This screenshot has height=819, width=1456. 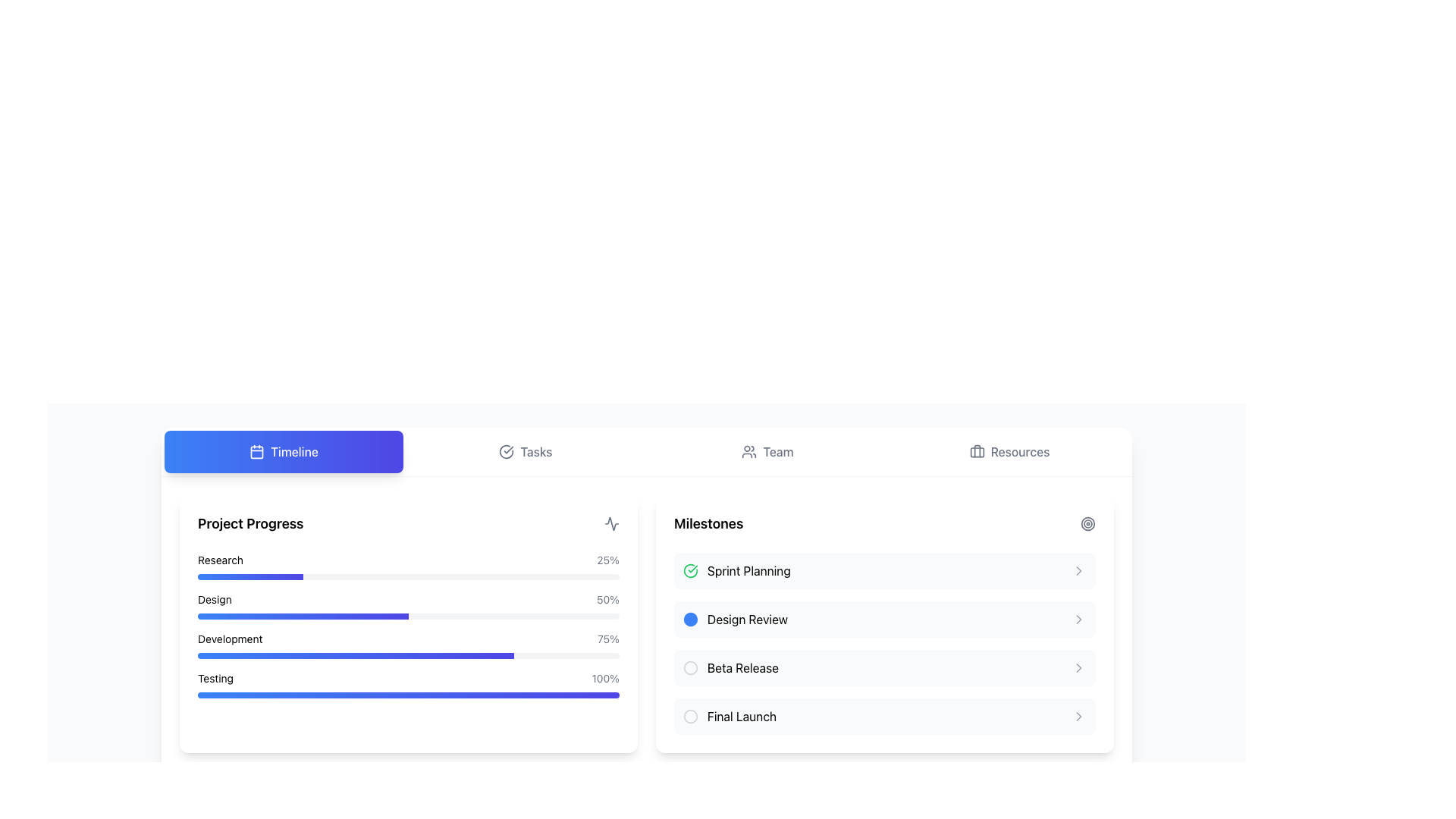 I want to click on the progress visually on the horizontal progress bar with rounded ends, indicating 25% completion, located in the 'Project Progress' section of the dashboard beneath the 'Timeline' tab, so click(x=408, y=576).